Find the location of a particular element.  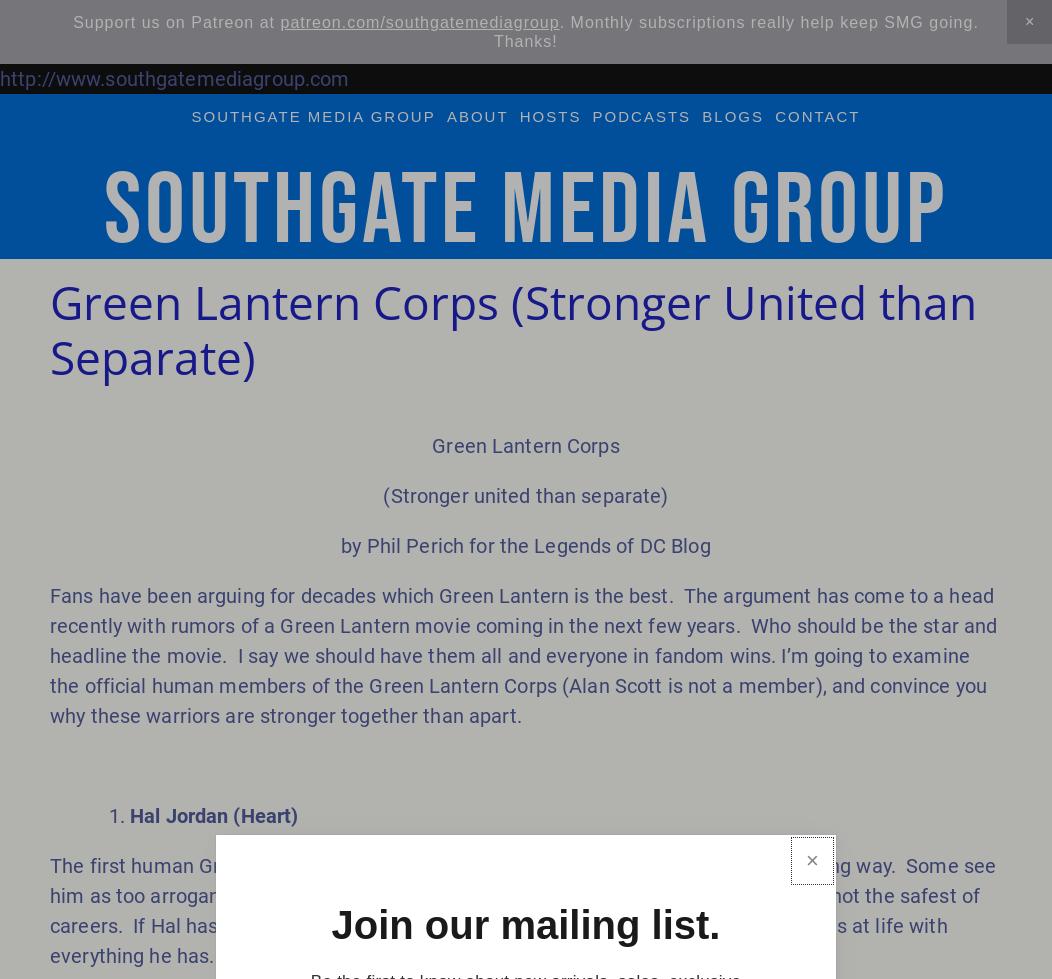

'blogs' is located at coordinates (732, 115).